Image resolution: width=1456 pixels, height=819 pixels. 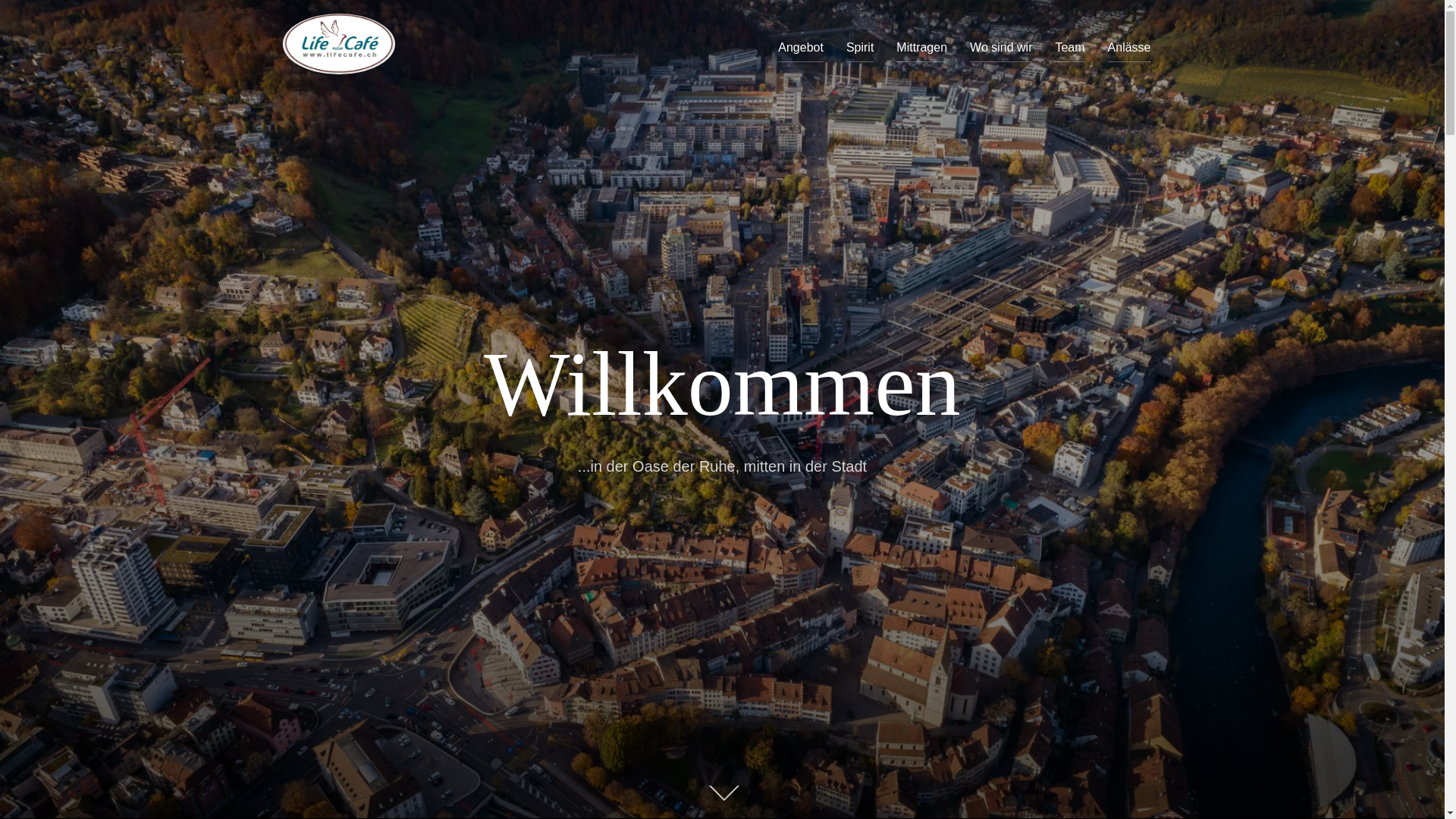 I want to click on 'Angebot', so click(x=800, y=46).